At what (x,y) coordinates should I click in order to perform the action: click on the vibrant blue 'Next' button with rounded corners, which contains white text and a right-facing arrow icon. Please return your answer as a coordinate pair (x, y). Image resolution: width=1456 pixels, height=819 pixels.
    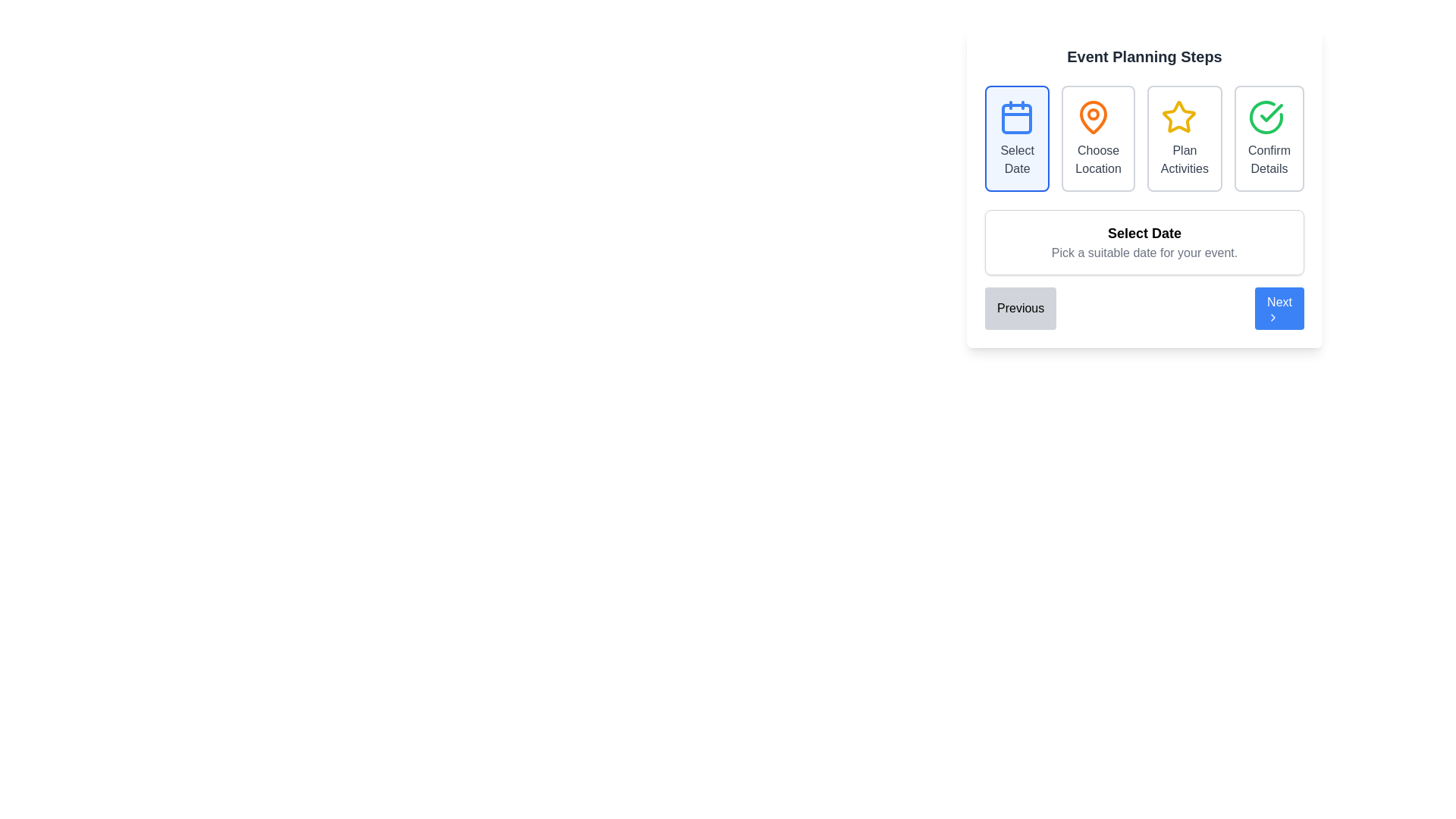
    Looking at the image, I should click on (1278, 308).